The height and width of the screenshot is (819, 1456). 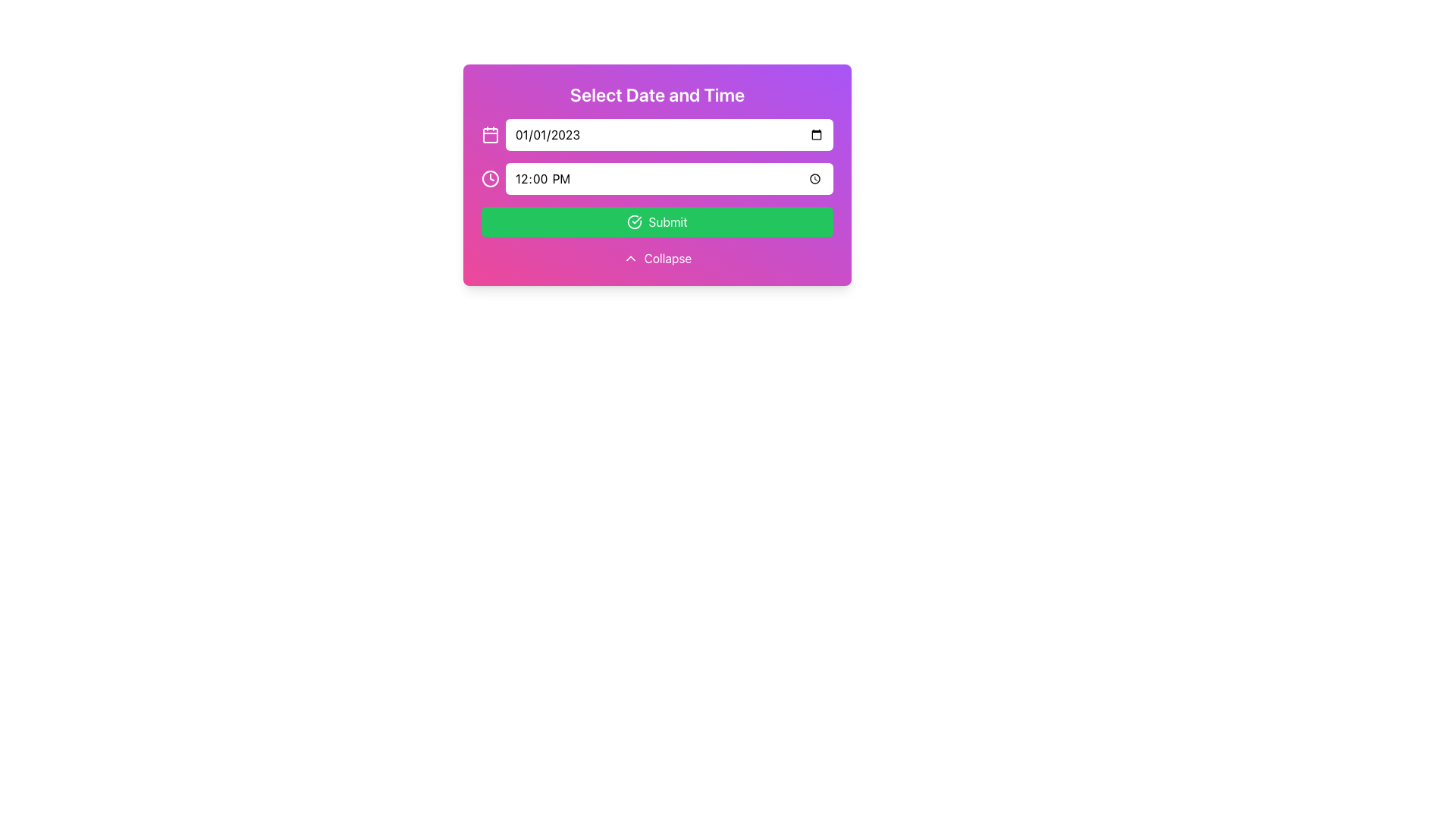 What do you see at coordinates (491, 177) in the screenshot?
I see `the clock icon, which serves as a visual cue for the time input field` at bounding box center [491, 177].